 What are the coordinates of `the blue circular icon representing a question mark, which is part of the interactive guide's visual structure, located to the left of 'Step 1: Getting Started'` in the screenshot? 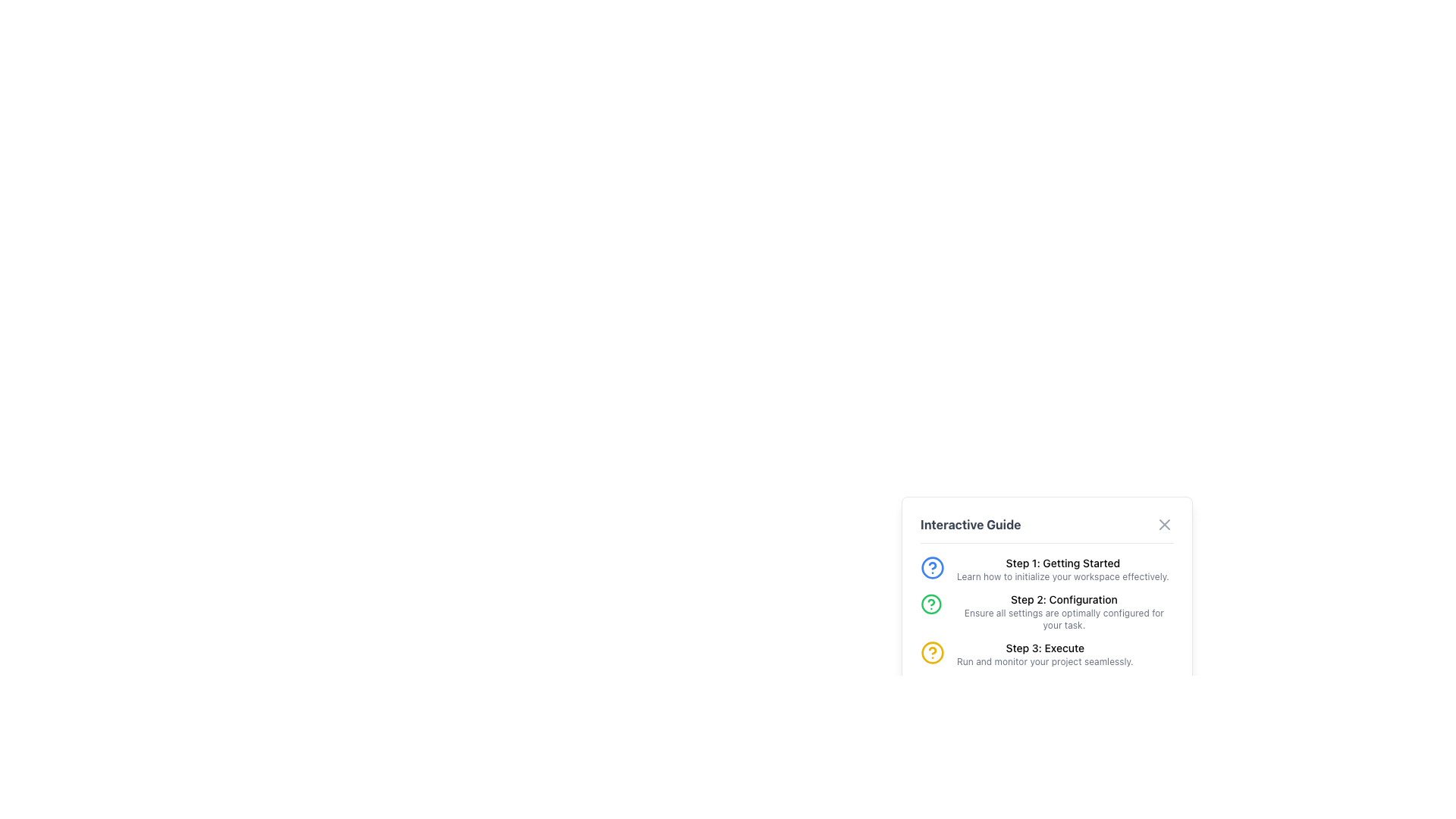 It's located at (931, 567).